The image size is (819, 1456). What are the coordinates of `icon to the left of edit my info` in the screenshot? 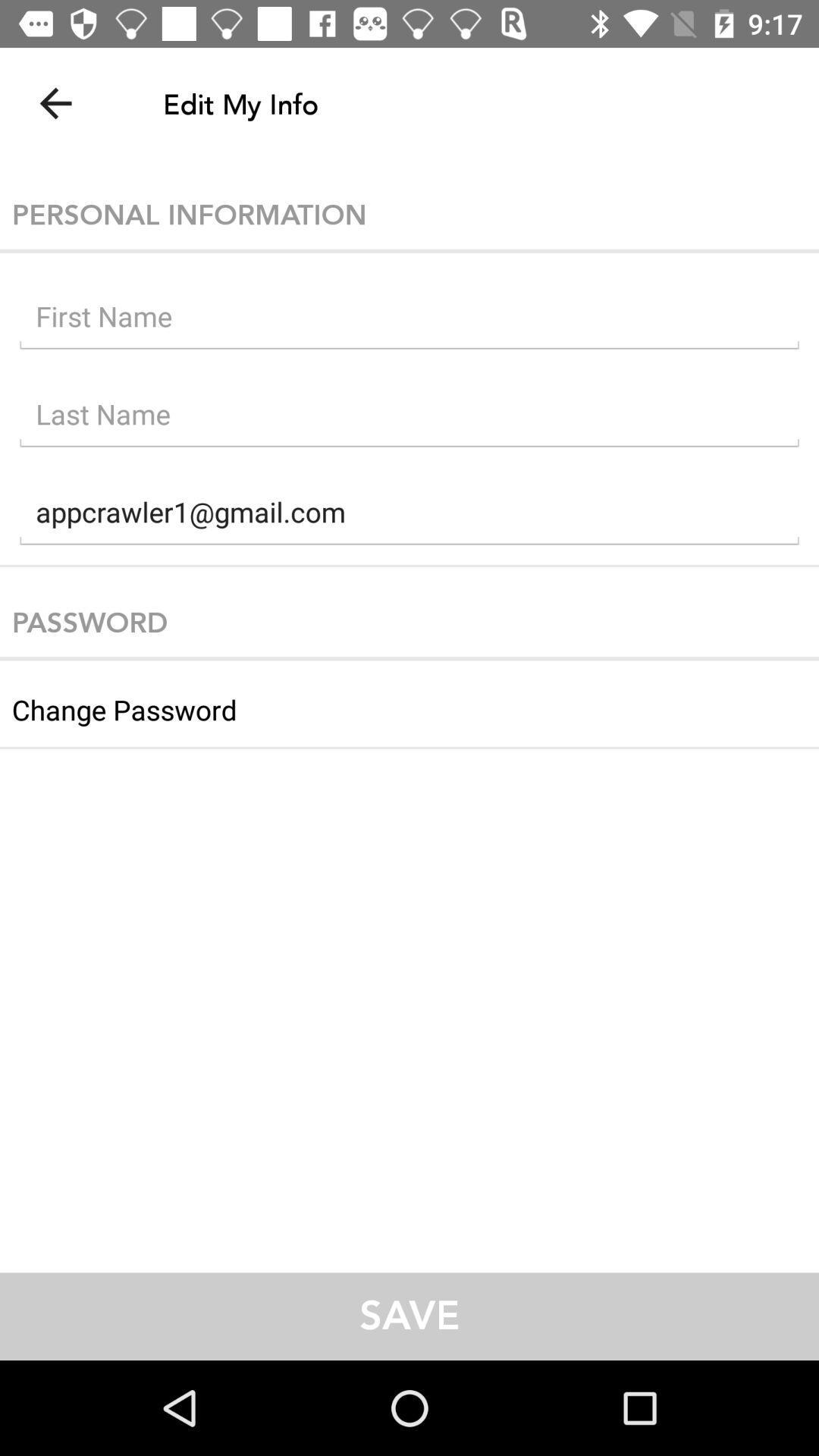 It's located at (55, 102).